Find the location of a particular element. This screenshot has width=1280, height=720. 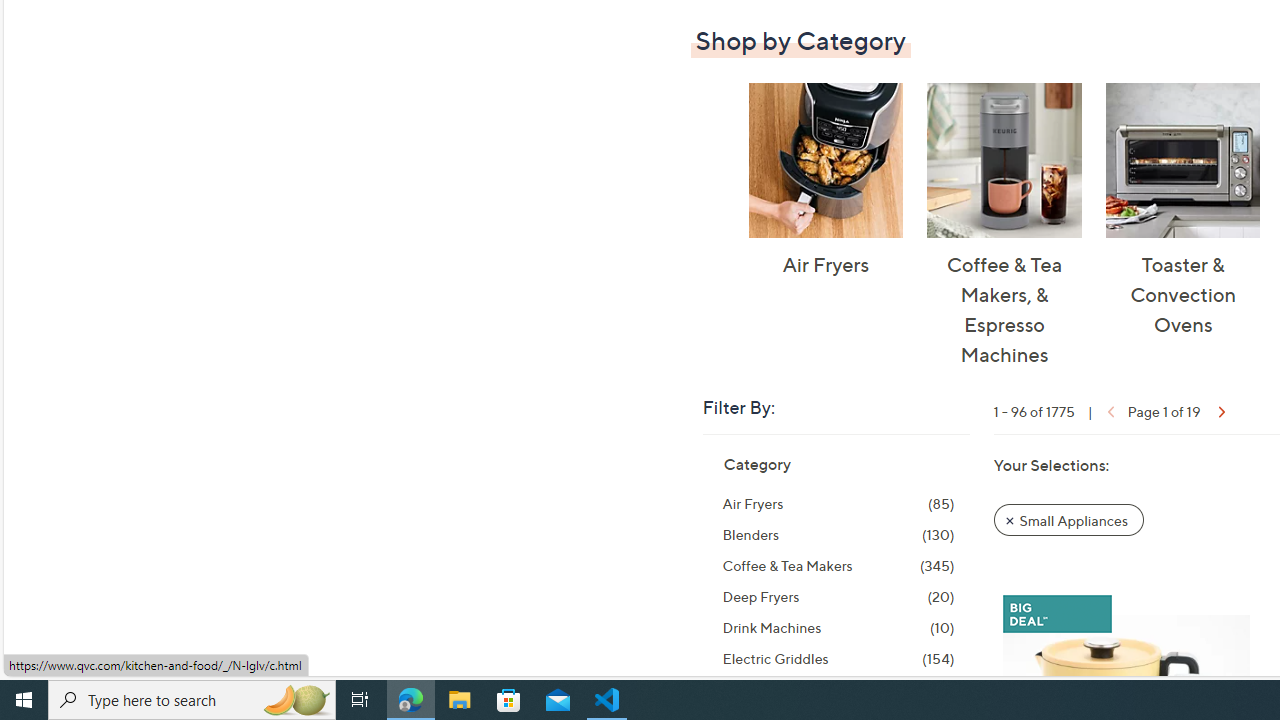

'Next Page' is located at coordinates (1218, 409).